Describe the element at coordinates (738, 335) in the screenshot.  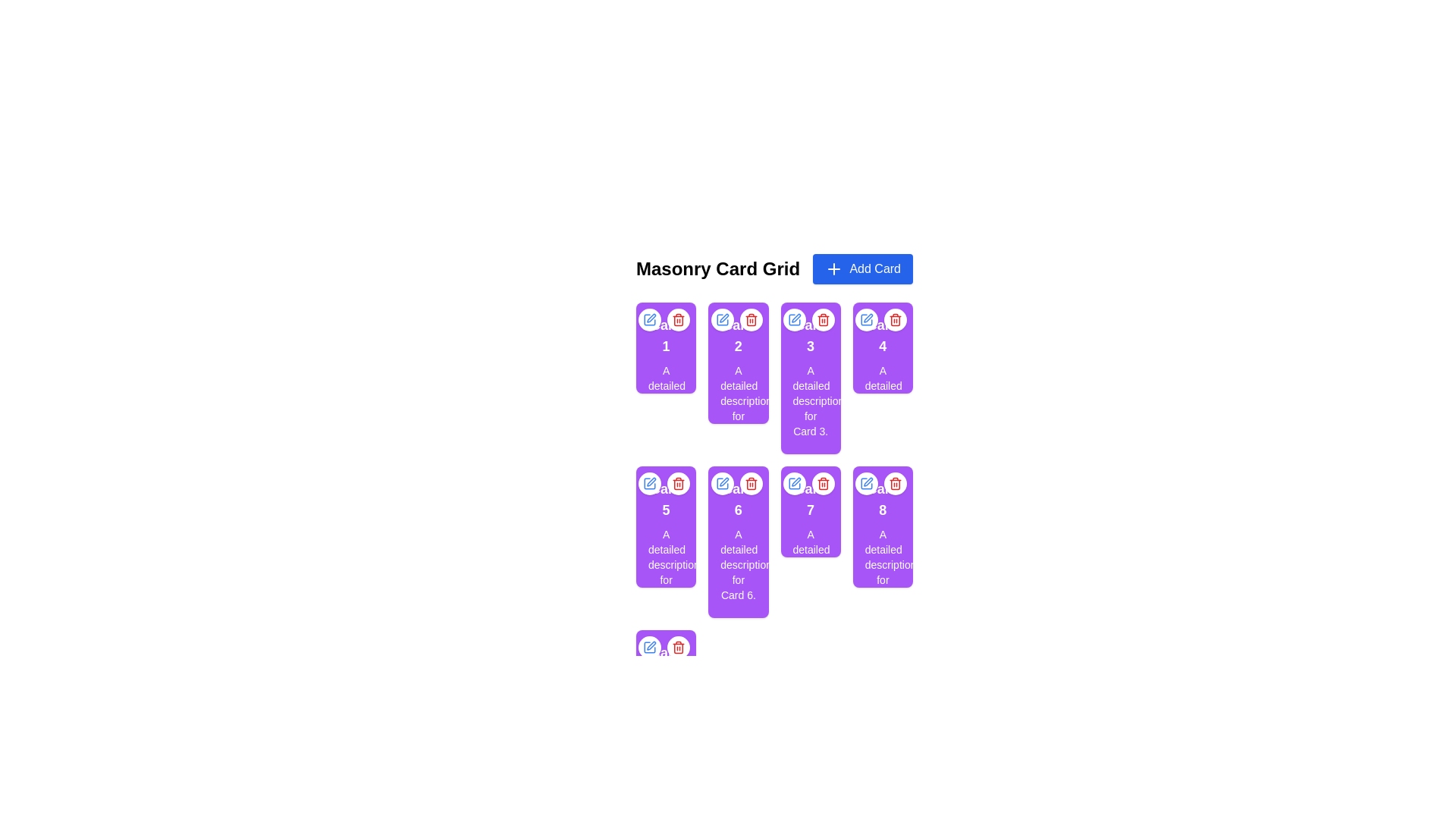
I see `the title text of 'Card 2' which is located at the top of the card, beneath the icons for editing and deleting` at that location.